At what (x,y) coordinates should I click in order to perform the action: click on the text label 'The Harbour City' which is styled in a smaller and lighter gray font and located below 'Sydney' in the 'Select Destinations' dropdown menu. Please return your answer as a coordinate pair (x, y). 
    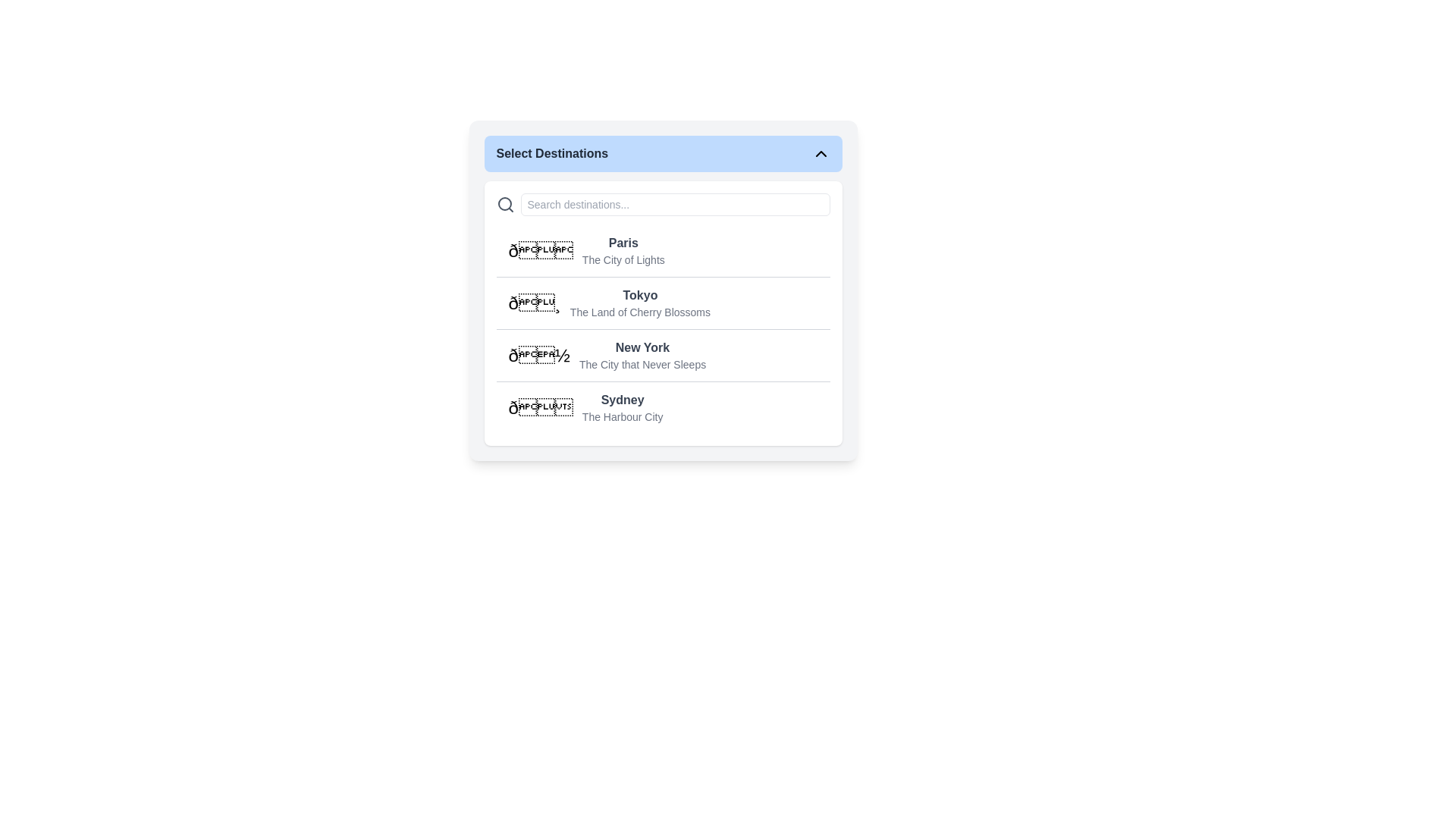
    Looking at the image, I should click on (623, 417).